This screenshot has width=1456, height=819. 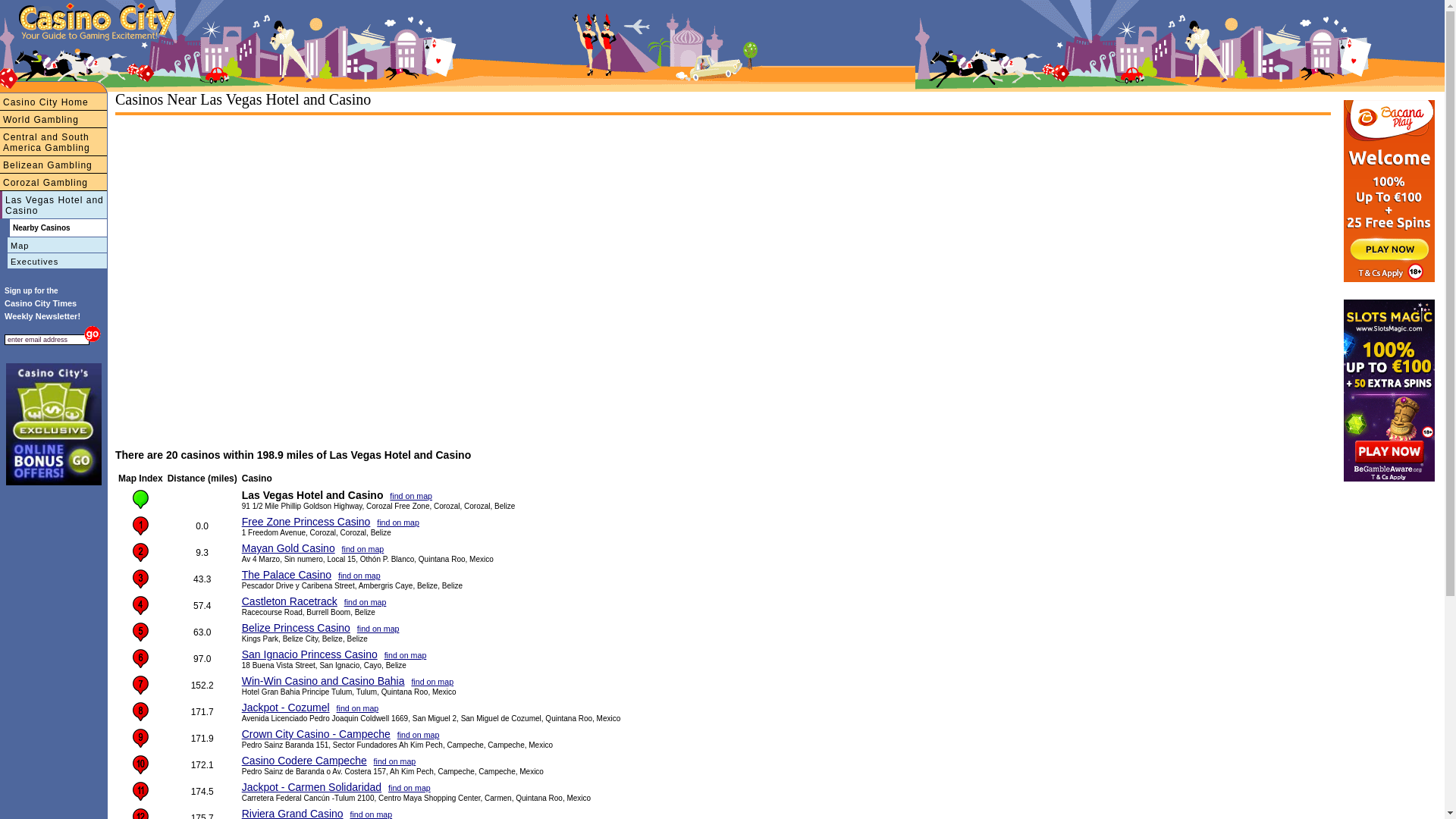 What do you see at coordinates (36, 61) in the screenshot?
I see `'Executives'` at bounding box center [36, 61].